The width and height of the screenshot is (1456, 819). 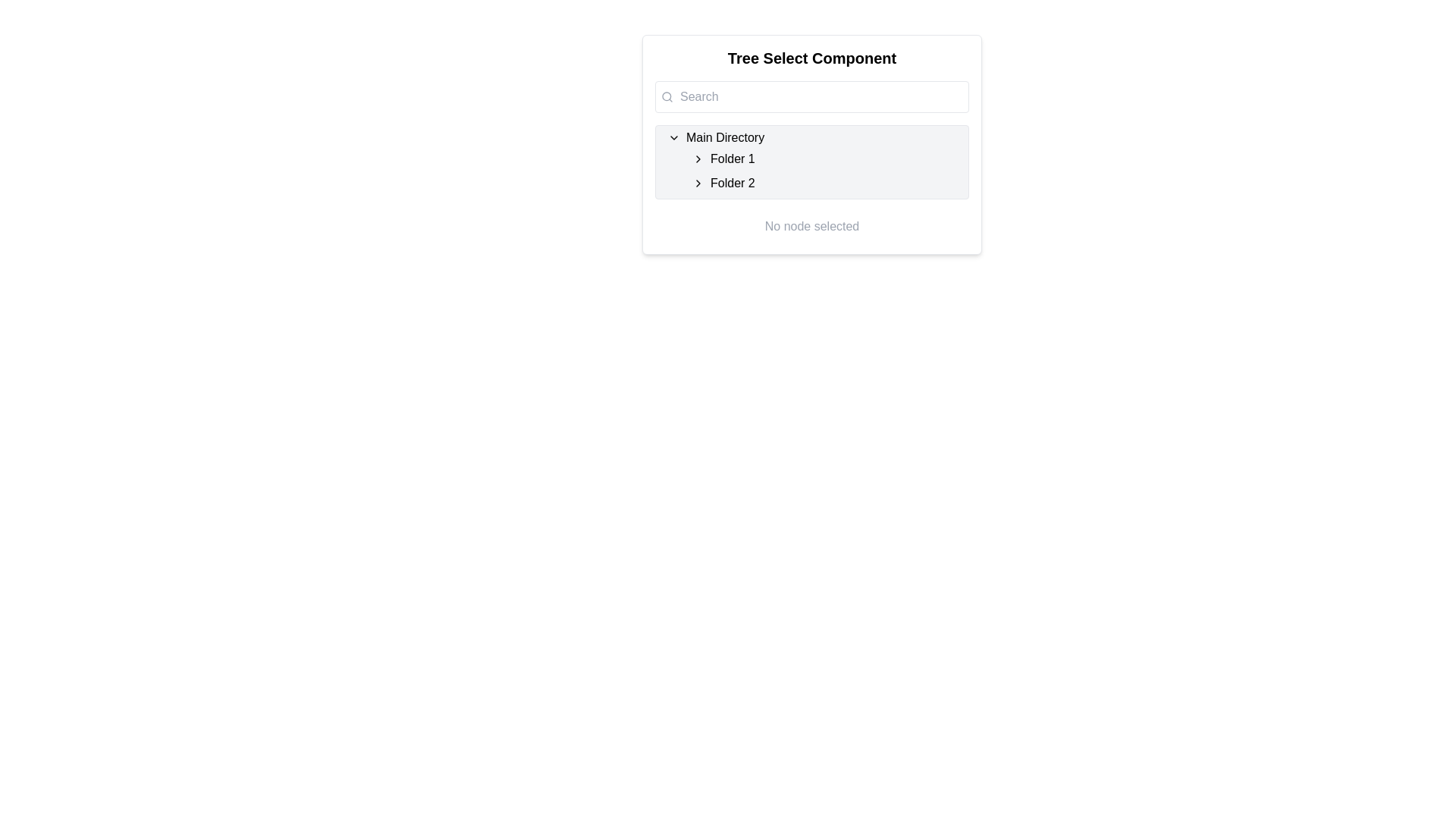 What do you see at coordinates (698, 183) in the screenshot?
I see `the small right-pointing chevron icon next to the 'Folder 2' text in the hierarchy panel` at bounding box center [698, 183].